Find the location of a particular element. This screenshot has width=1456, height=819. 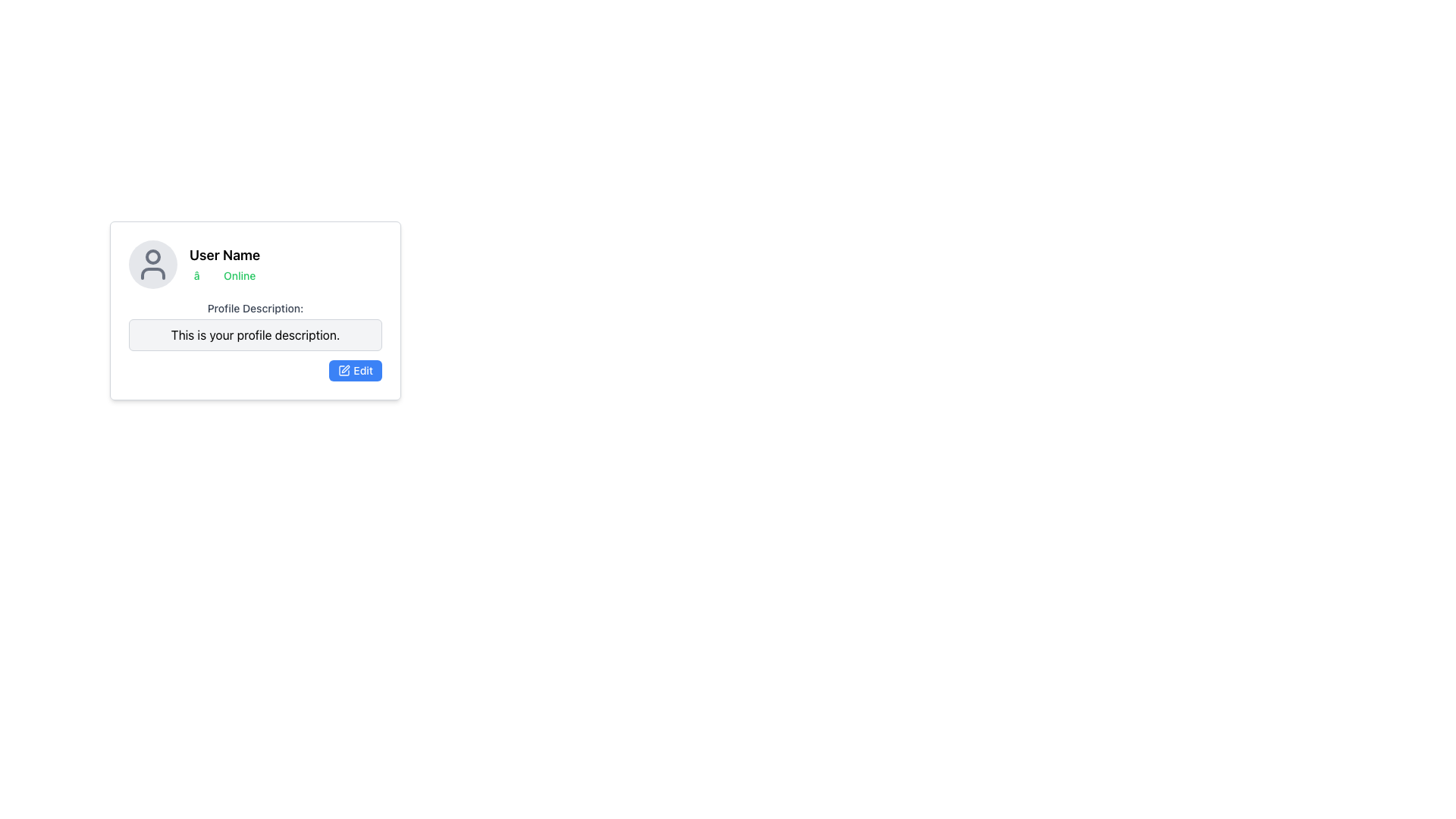

the Composite display component that shows the user's name and online status, located at the top of the bordered card above the 'Profile Description' field is located at coordinates (255, 263).